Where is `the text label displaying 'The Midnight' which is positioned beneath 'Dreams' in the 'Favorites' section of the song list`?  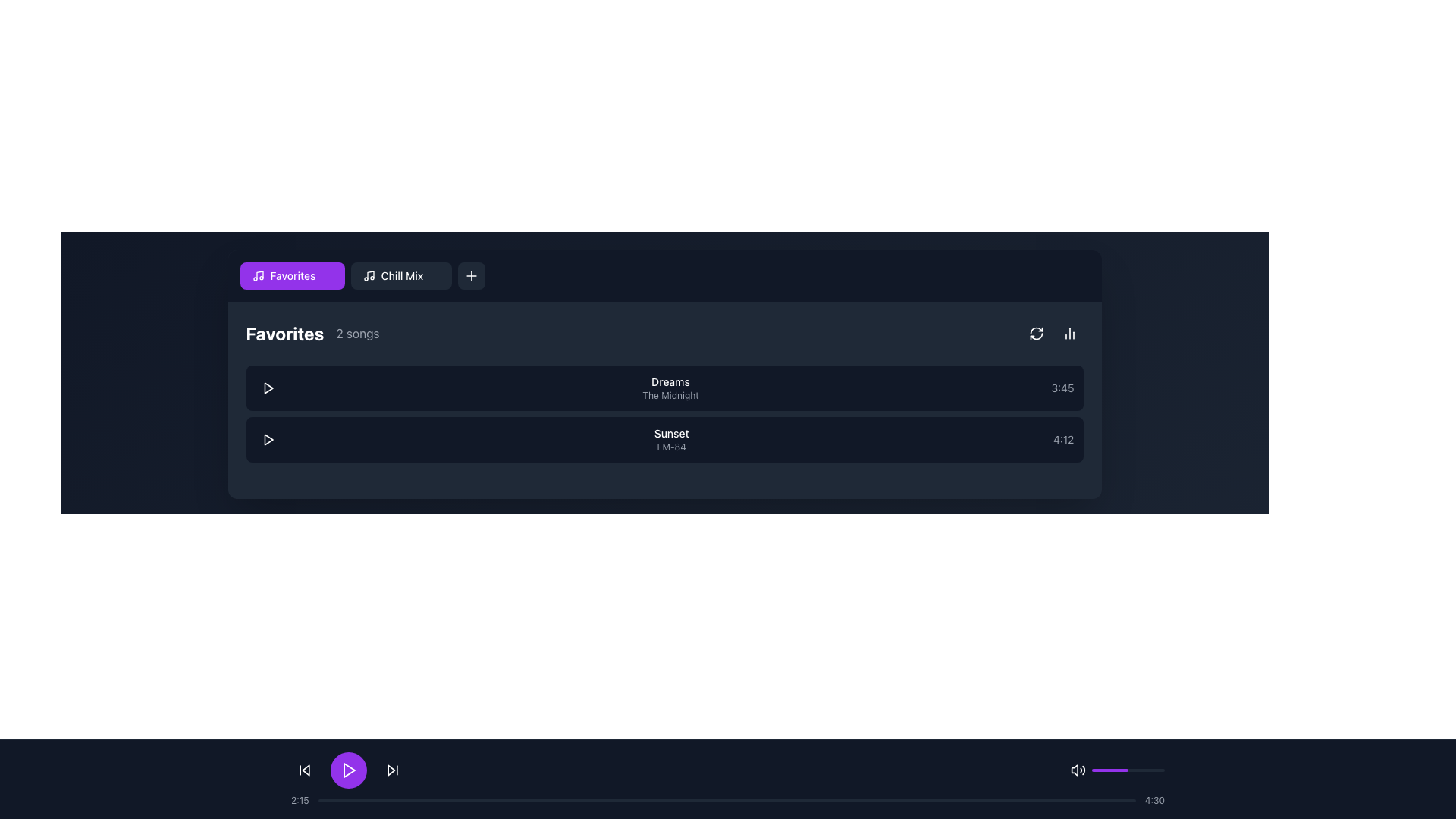
the text label displaying 'The Midnight' which is positioned beneath 'Dreams' in the 'Favorites' section of the song list is located at coordinates (670, 394).